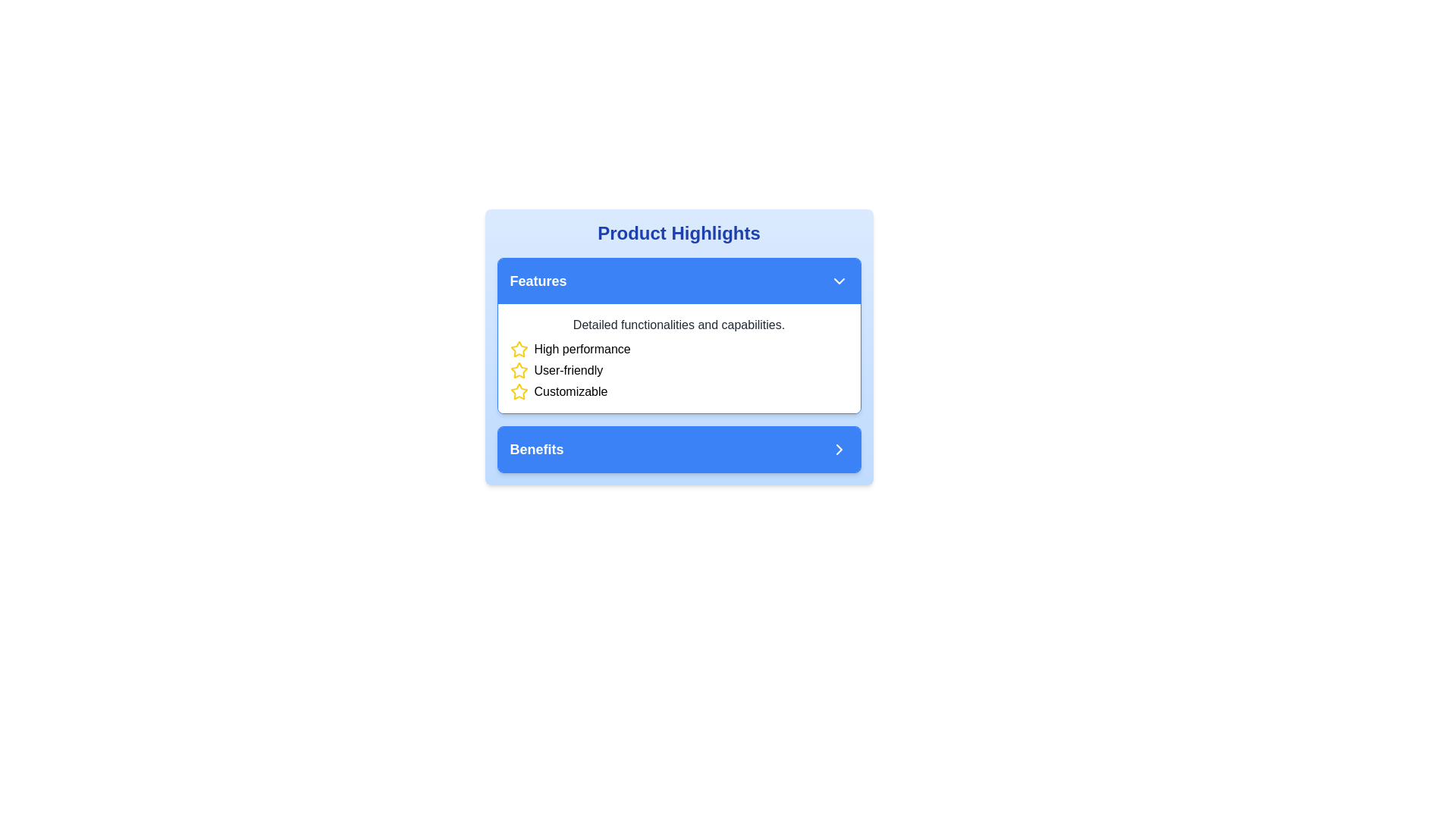  Describe the element at coordinates (567, 371) in the screenshot. I see `the black bold text label reading 'User-friendly', which is the second item in the 'Features' section of the feature list, located between 'High performance' and 'Customizable'` at that location.